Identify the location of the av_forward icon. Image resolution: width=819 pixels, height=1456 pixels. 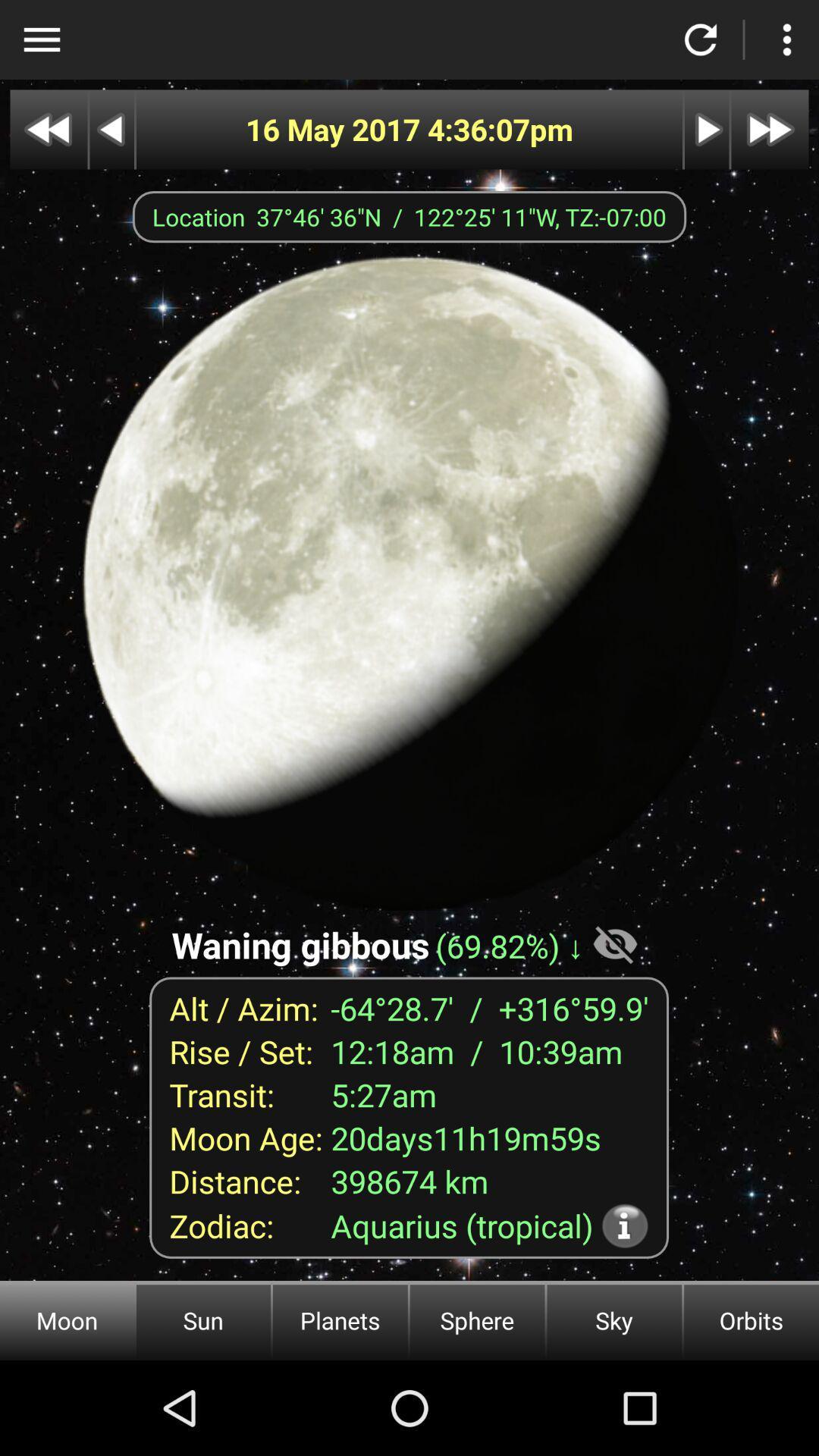
(770, 130).